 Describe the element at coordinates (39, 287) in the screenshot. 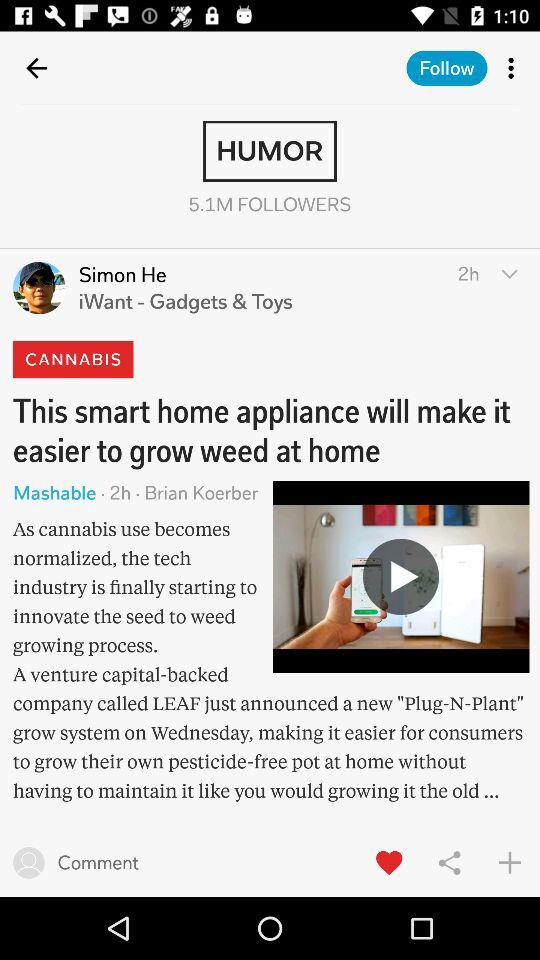

I see `the avatar icon` at that location.